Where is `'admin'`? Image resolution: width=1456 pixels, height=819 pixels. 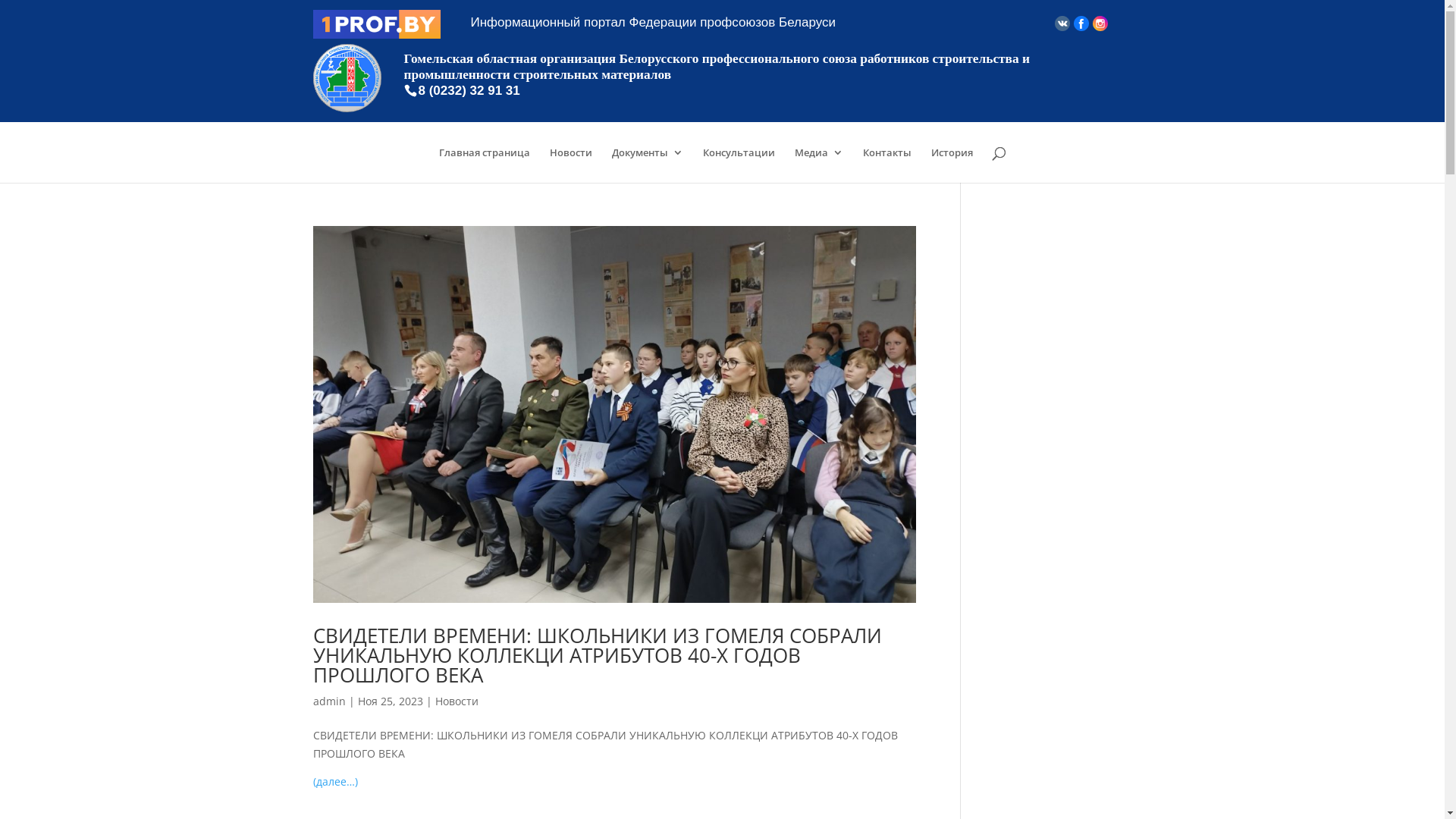 'admin' is located at coordinates (328, 701).